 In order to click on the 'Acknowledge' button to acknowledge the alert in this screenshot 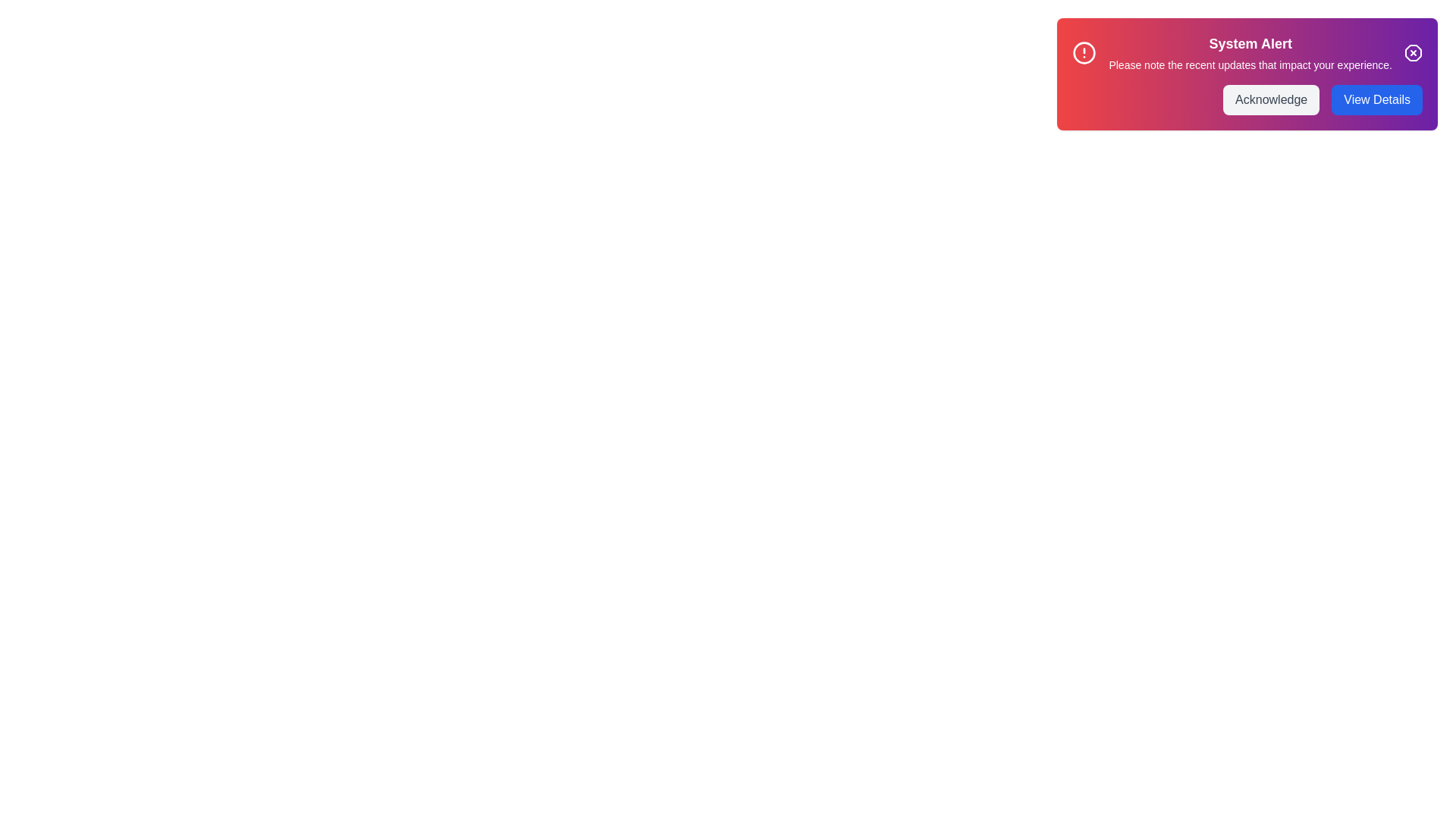, I will do `click(1271, 99)`.